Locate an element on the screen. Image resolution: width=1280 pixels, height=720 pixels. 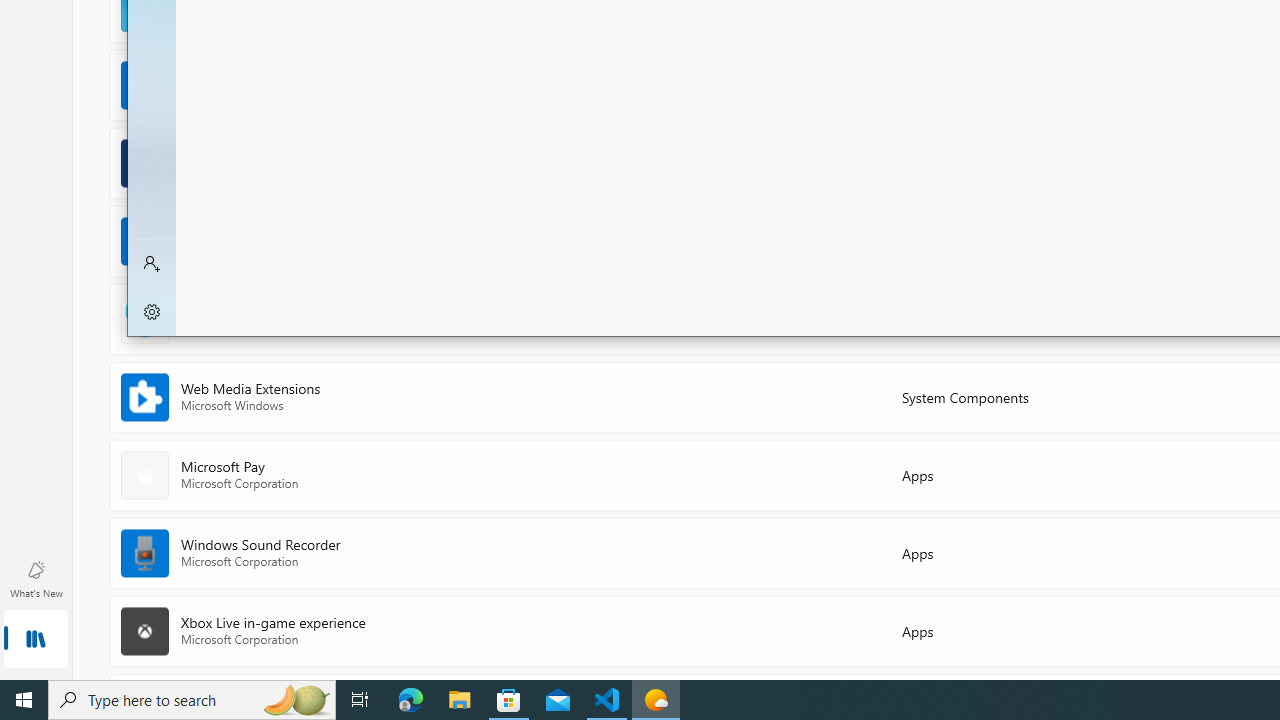
'Library' is located at coordinates (35, 640).